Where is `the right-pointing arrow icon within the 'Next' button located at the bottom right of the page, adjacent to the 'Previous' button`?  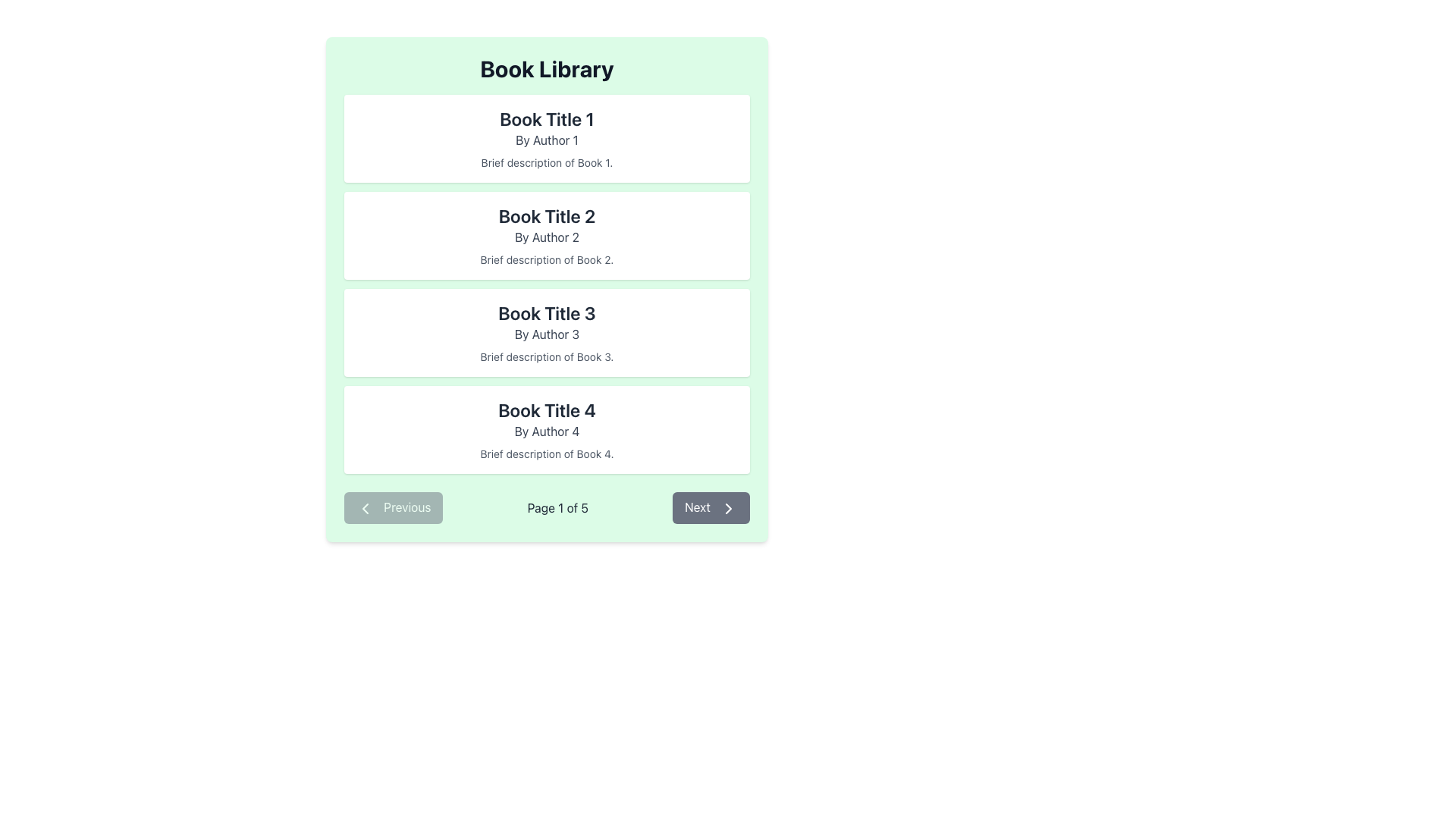
the right-pointing arrow icon within the 'Next' button located at the bottom right of the page, adjacent to the 'Previous' button is located at coordinates (728, 508).